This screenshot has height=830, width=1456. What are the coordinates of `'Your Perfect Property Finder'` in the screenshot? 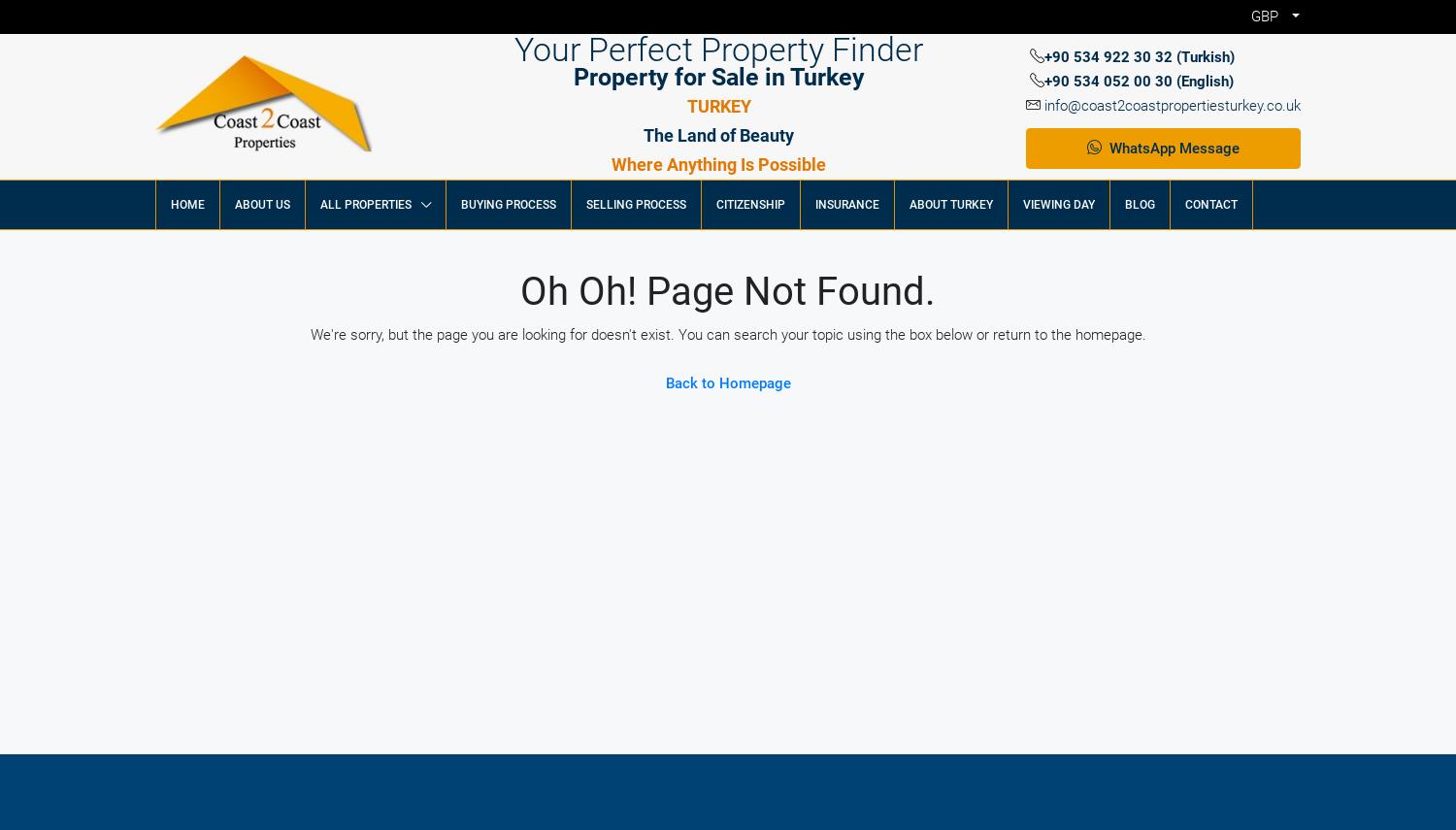 It's located at (513, 48).